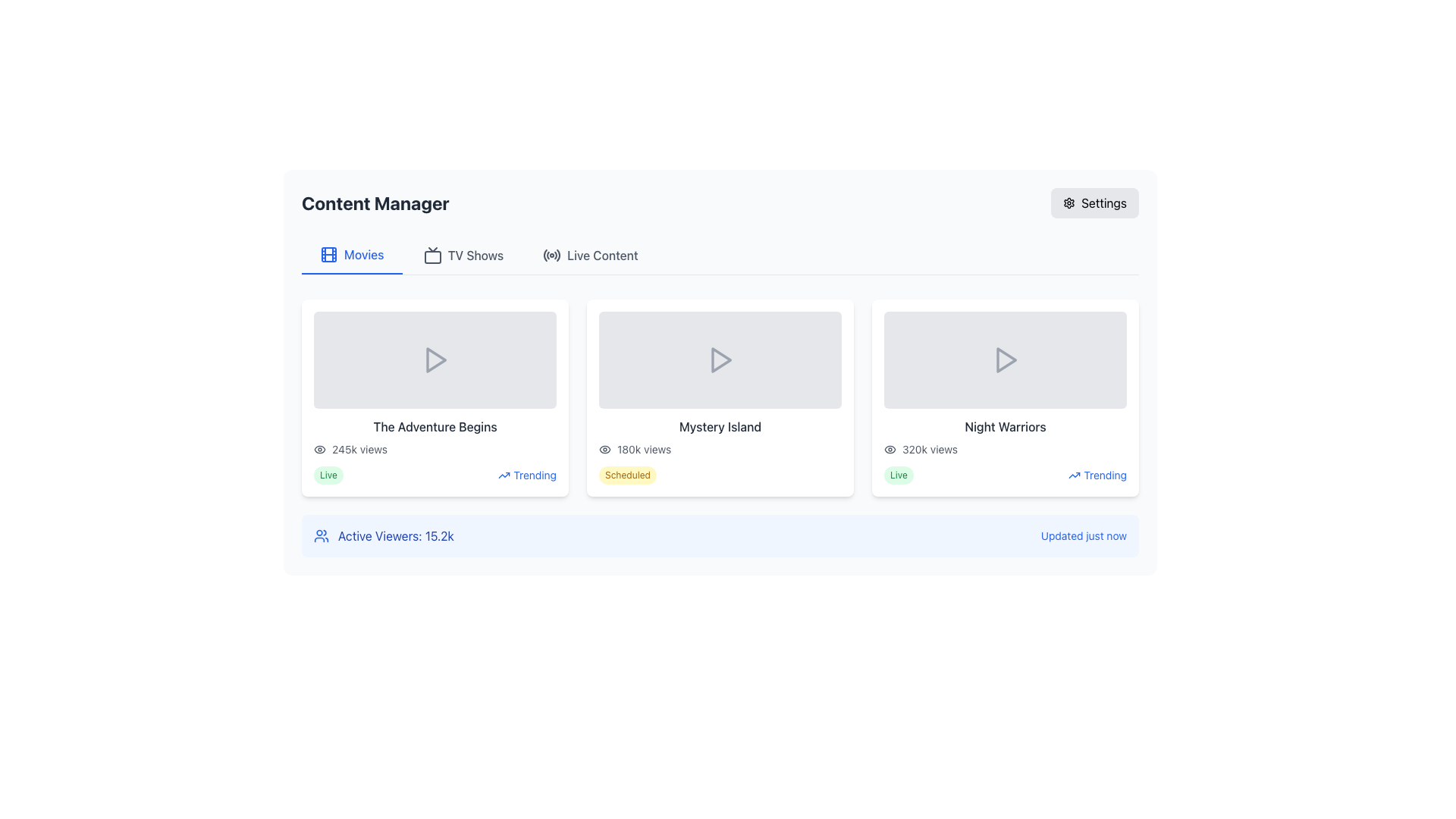 The height and width of the screenshot is (819, 1456). What do you see at coordinates (929, 449) in the screenshot?
I see `the text label displaying '320k views' which is located beside the eye icon under the title 'Night Warriors'` at bounding box center [929, 449].